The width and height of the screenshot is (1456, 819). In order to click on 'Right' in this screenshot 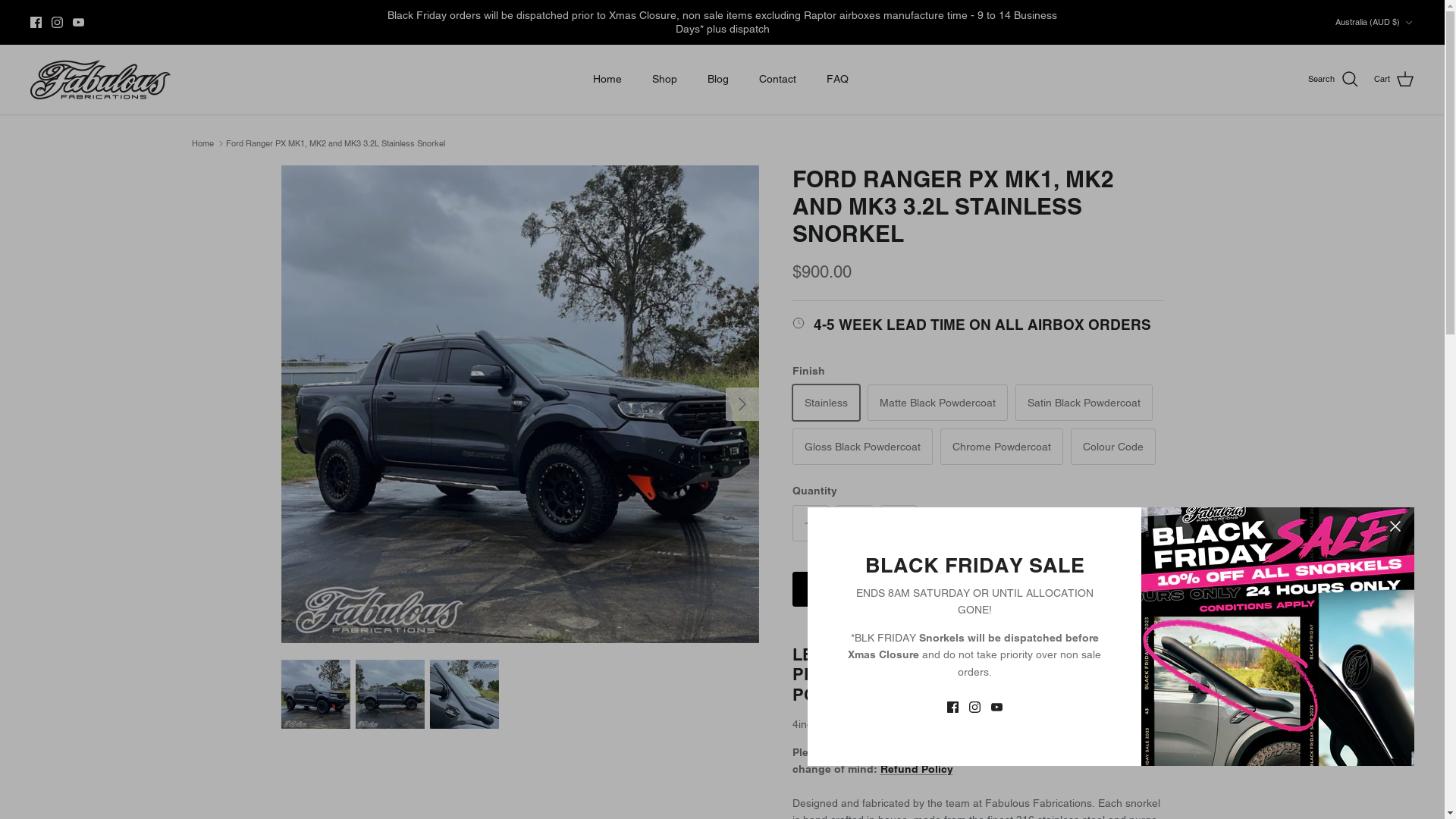, I will do `click(742, 403)`.